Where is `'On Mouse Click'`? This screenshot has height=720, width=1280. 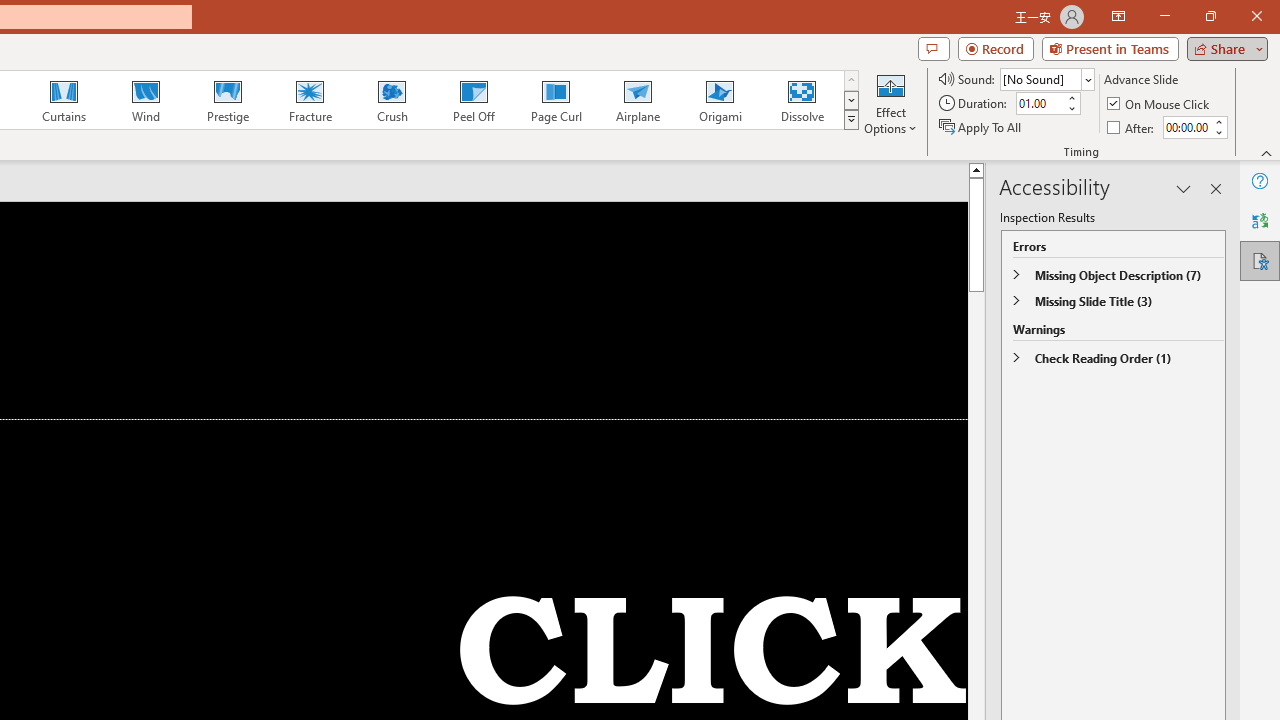 'On Mouse Click' is located at coordinates (1159, 103).